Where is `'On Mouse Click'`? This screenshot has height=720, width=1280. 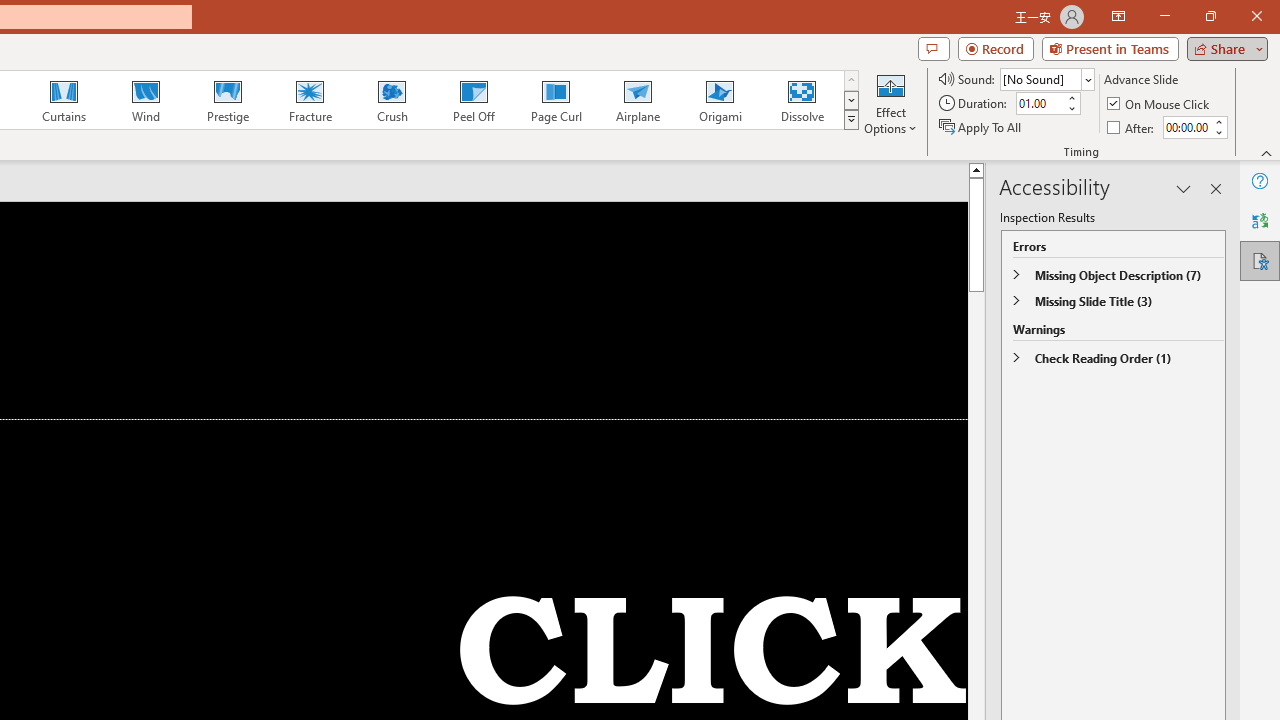 'On Mouse Click' is located at coordinates (1159, 103).